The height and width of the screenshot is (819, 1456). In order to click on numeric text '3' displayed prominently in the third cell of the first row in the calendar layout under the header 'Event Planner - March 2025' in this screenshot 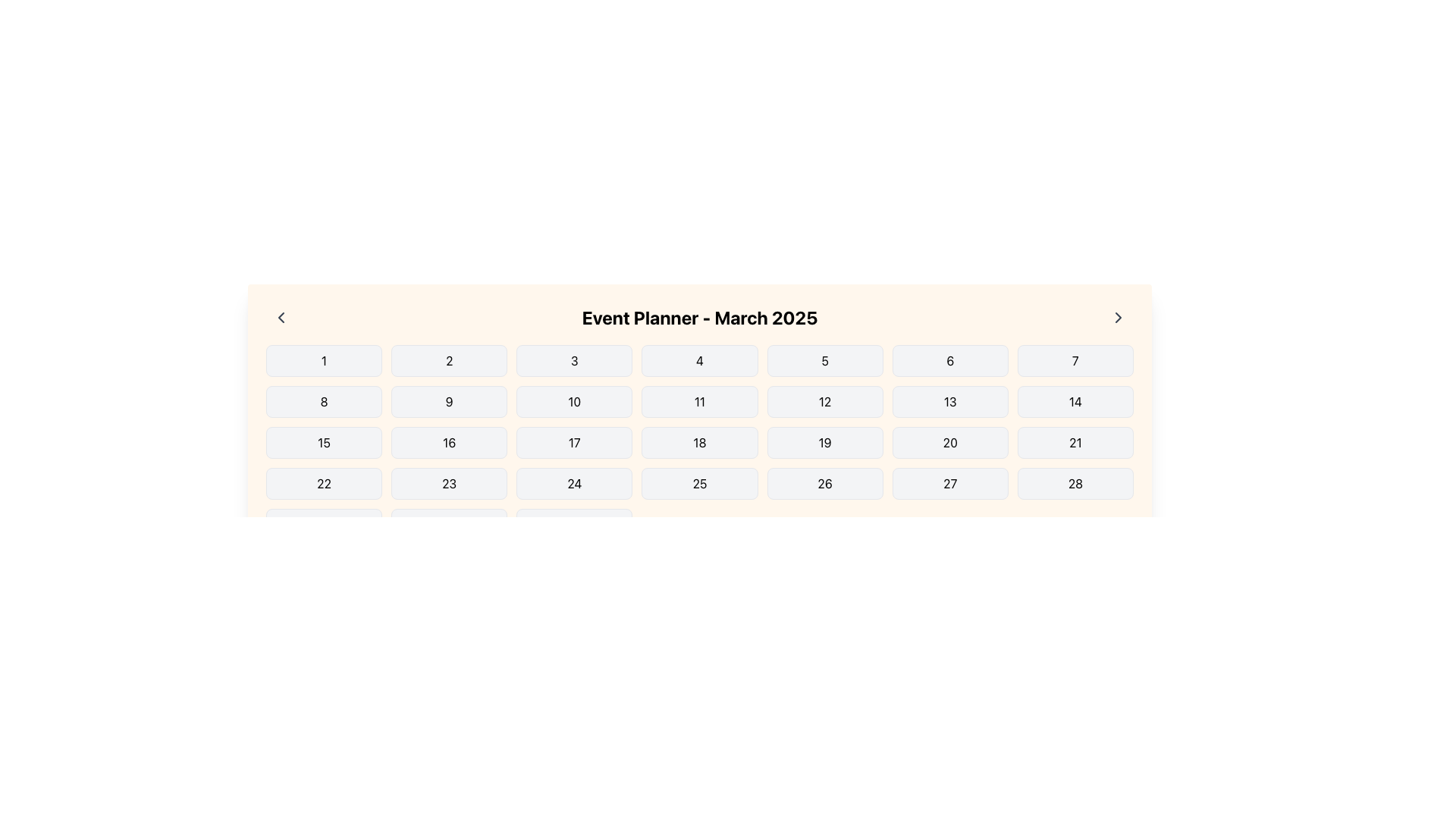, I will do `click(573, 360)`.